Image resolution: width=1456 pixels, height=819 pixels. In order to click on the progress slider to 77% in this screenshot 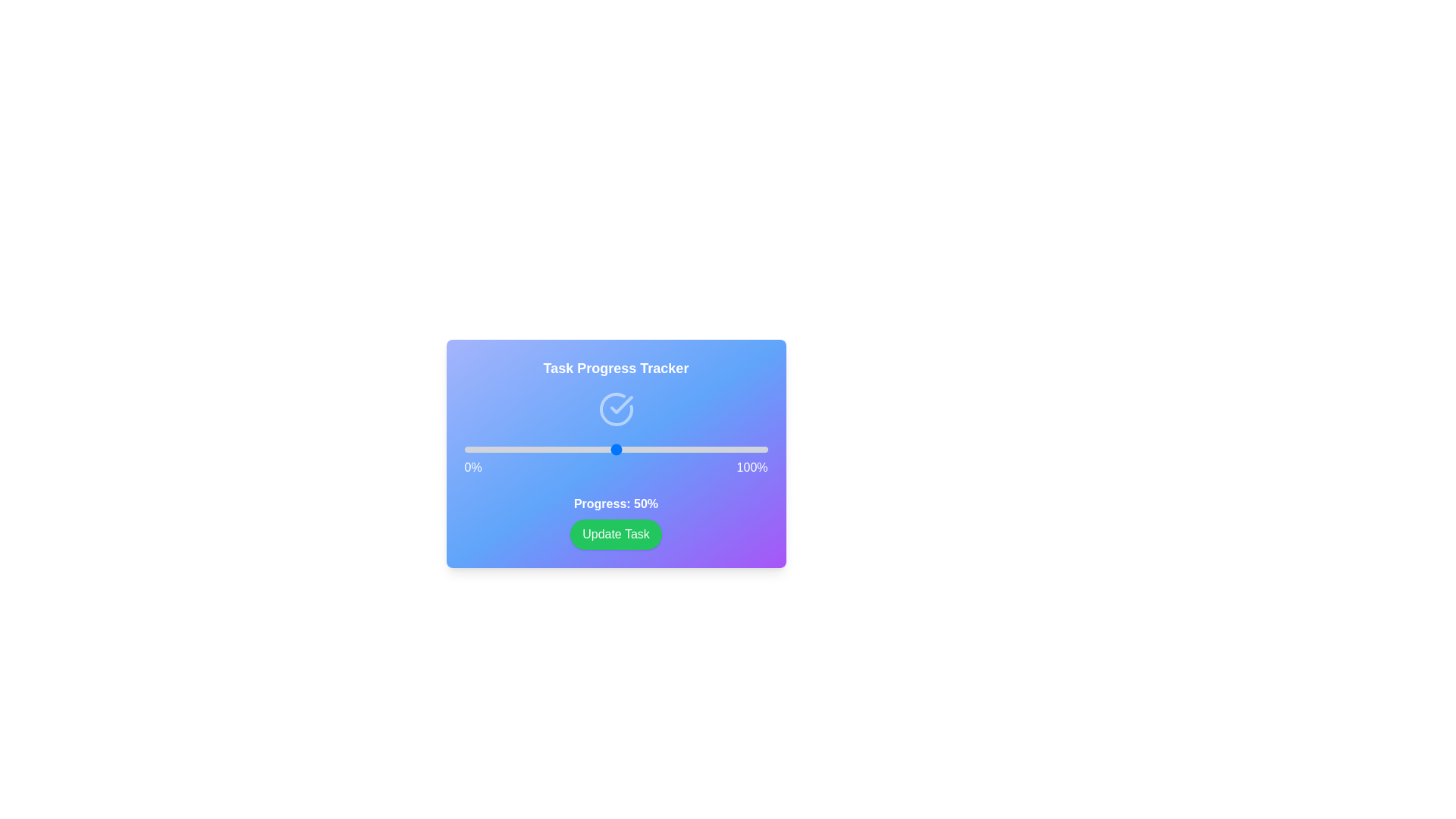, I will do `click(697, 449)`.